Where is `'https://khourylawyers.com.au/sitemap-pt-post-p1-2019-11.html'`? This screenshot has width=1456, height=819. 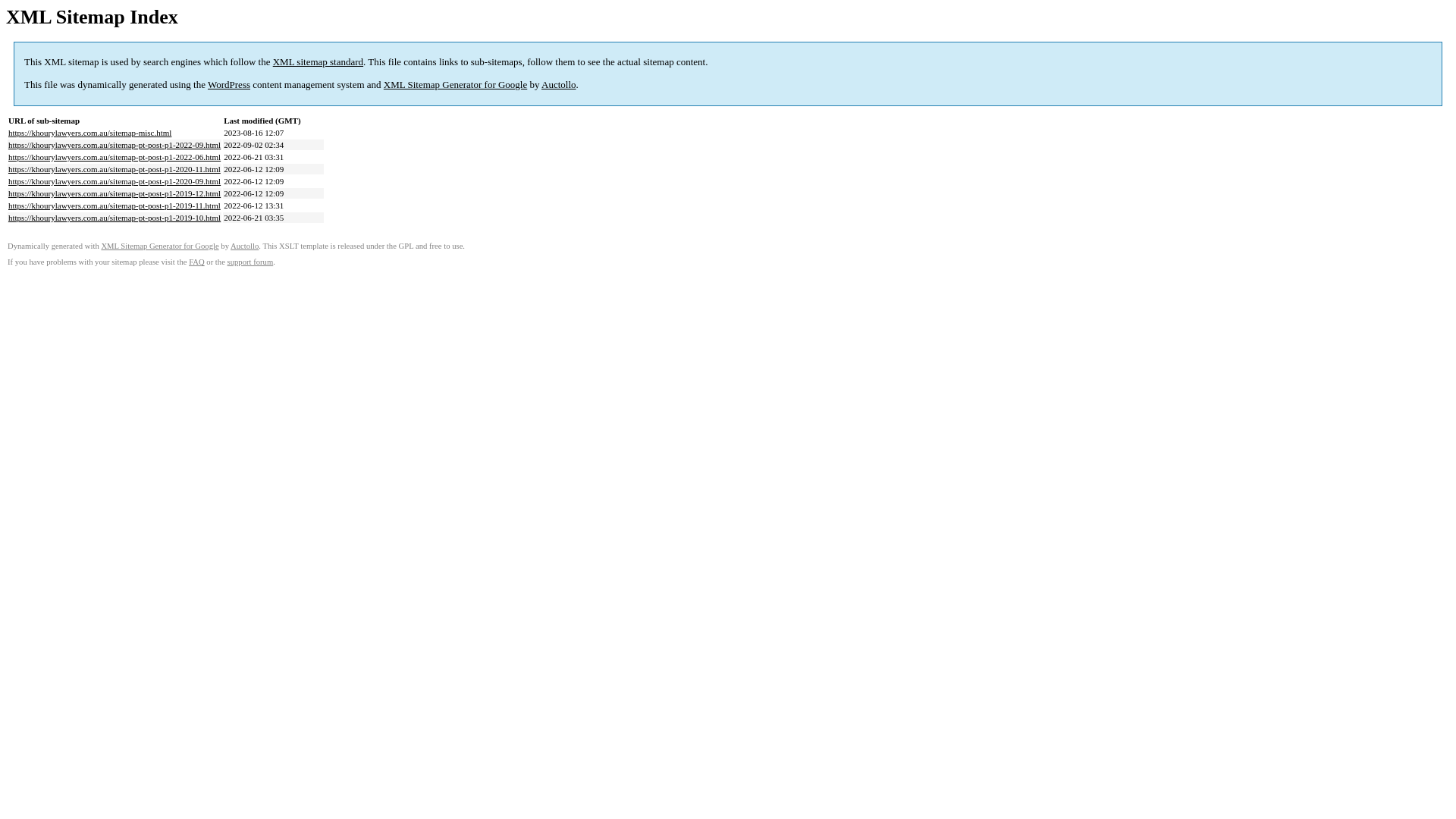
'https://khourylawyers.com.au/sitemap-pt-post-p1-2019-11.html' is located at coordinates (113, 205).